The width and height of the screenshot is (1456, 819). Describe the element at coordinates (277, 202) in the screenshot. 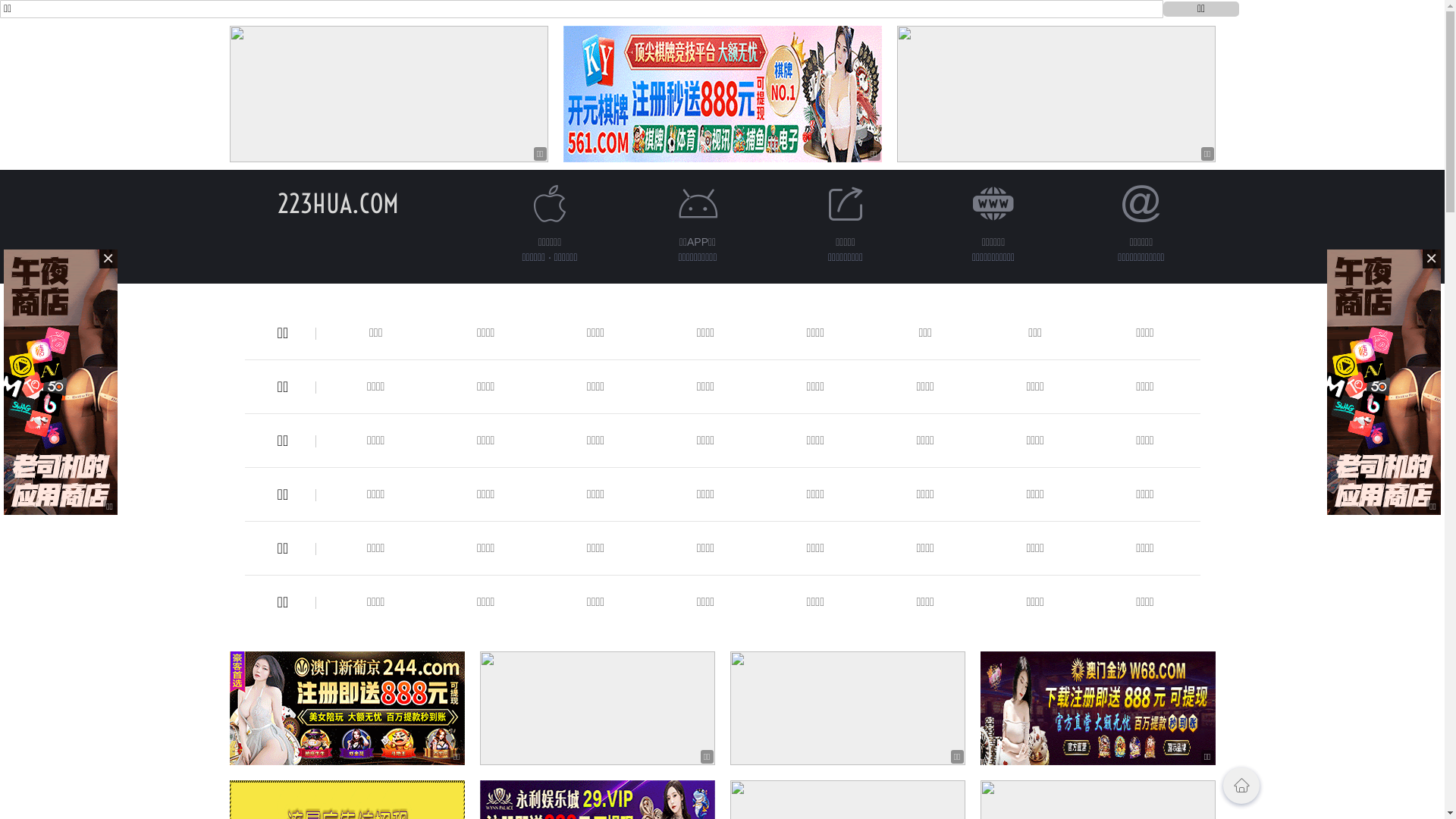

I see `'223HUA.COM'` at that location.